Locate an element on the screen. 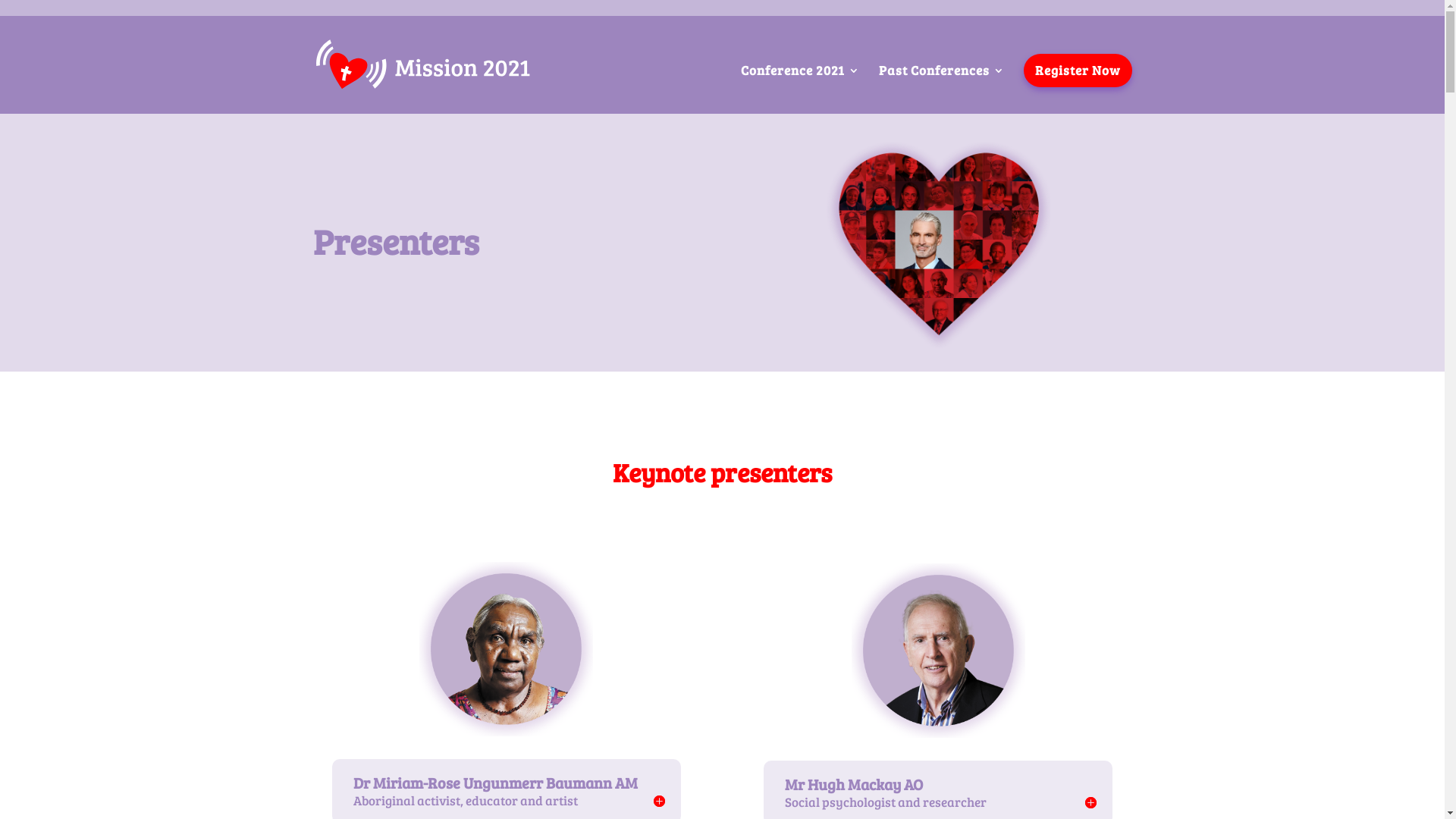  'Past Conferences' is located at coordinates (940, 89).